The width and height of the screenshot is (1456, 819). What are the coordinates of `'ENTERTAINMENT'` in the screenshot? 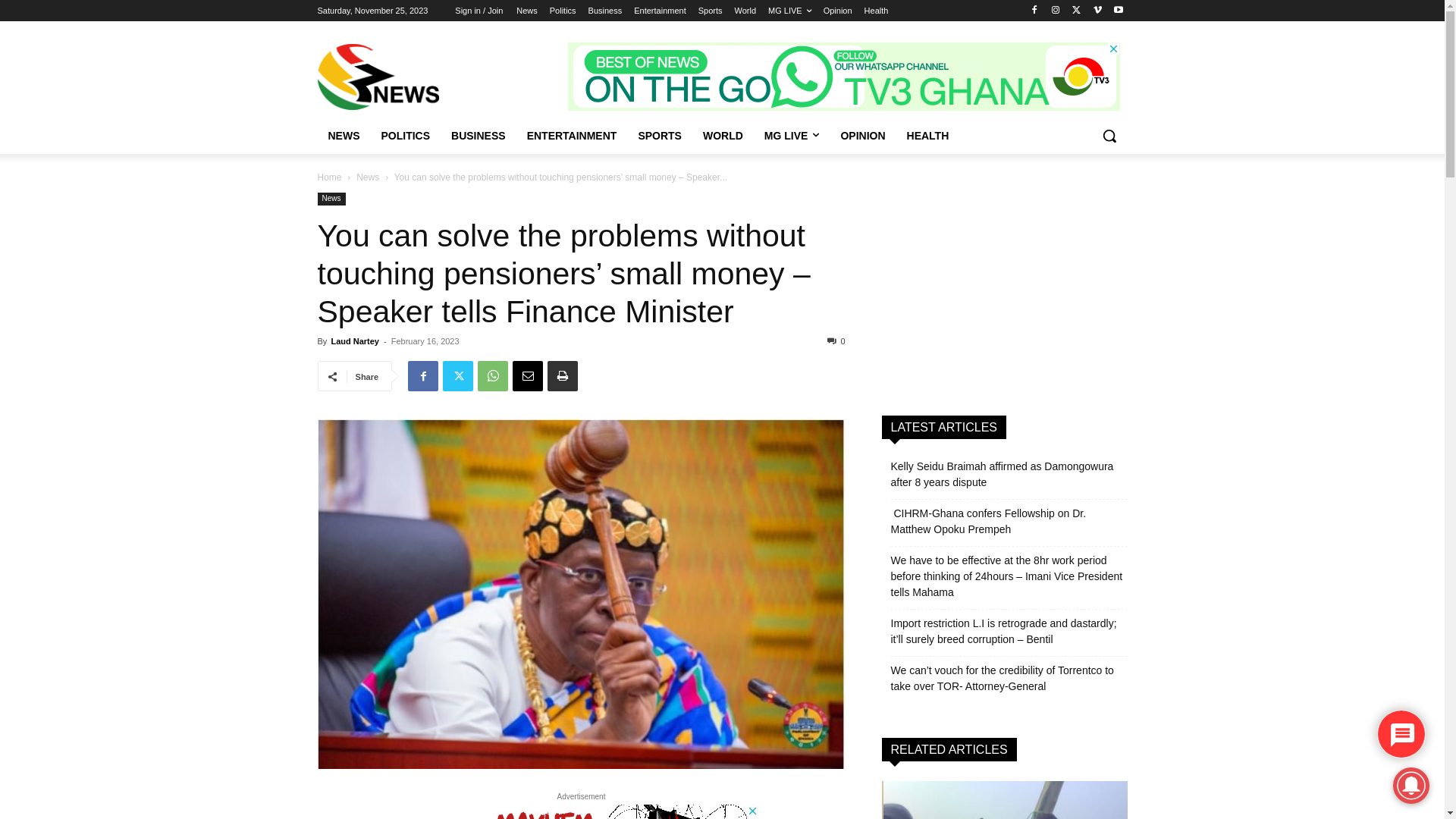 It's located at (571, 134).